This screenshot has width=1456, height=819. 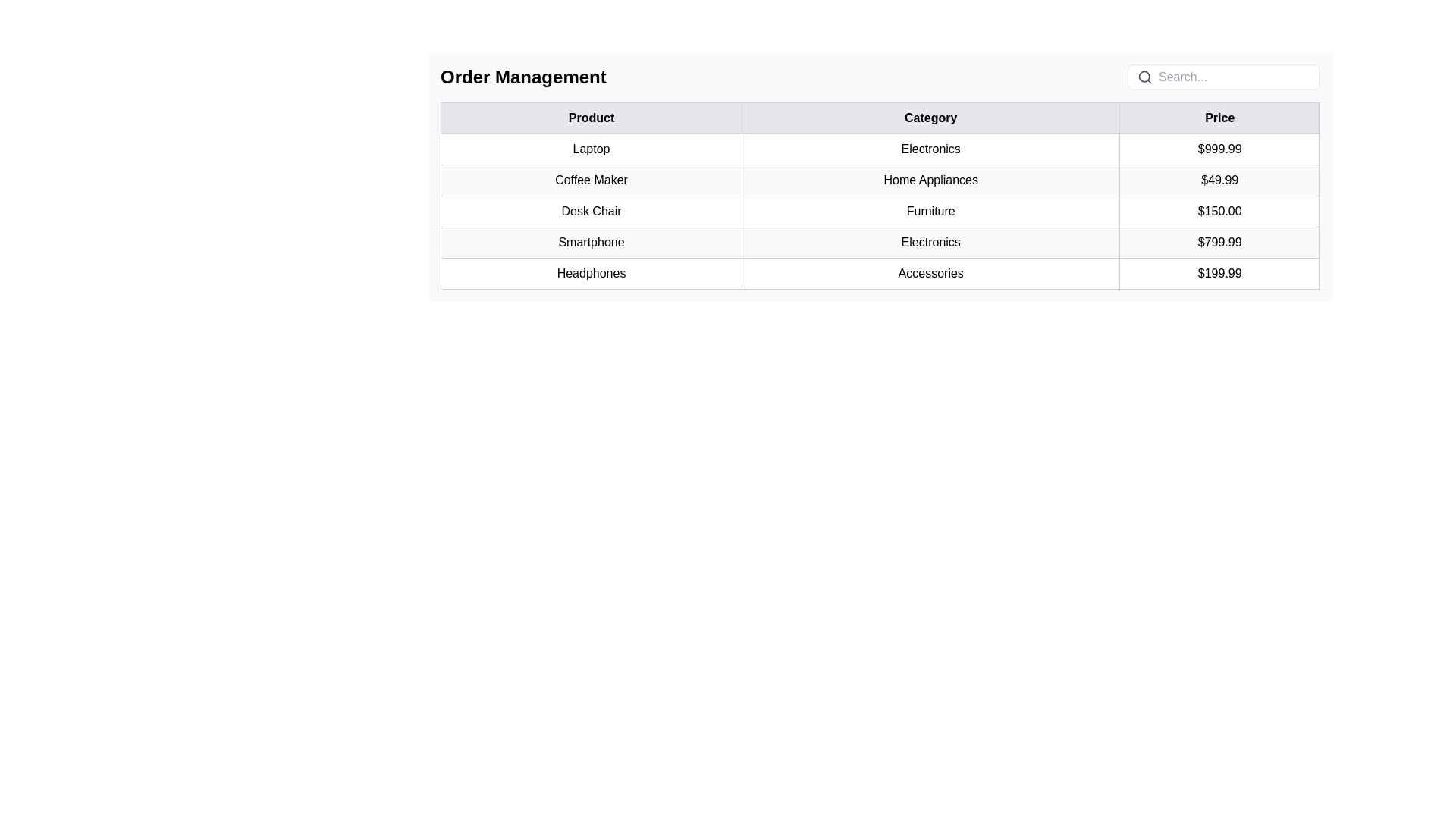 What do you see at coordinates (1219, 149) in the screenshot?
I see `the price text label displaying '$999.99' in the first row of the product table, aligned with 'Laptop' in the 'Product' column and 'Electronics' in the 'Category' column` at bounding box center [1219, 149].